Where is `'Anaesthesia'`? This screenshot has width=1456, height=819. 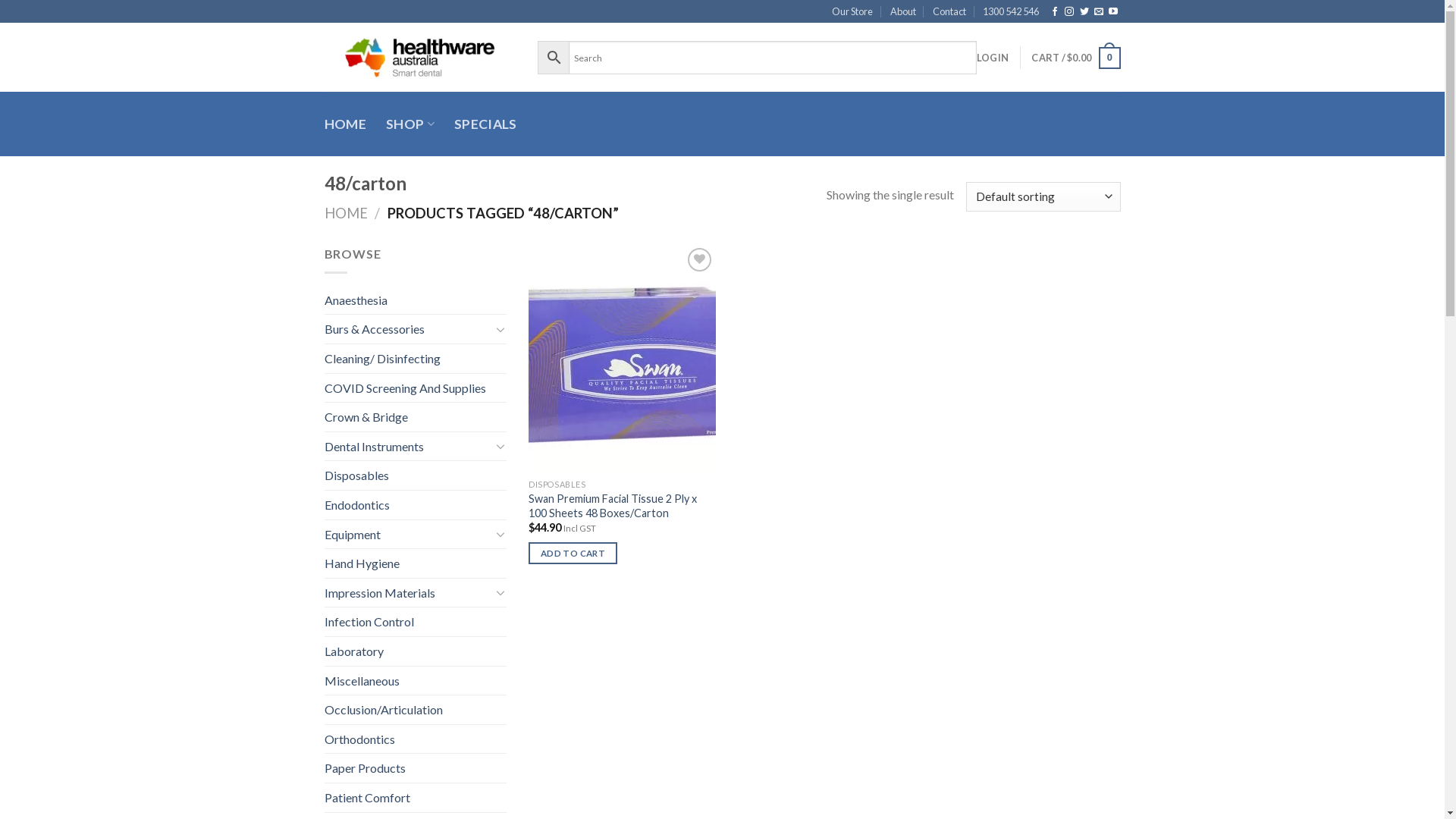
'Anaesthesia' is located at coordinates (415, 300).